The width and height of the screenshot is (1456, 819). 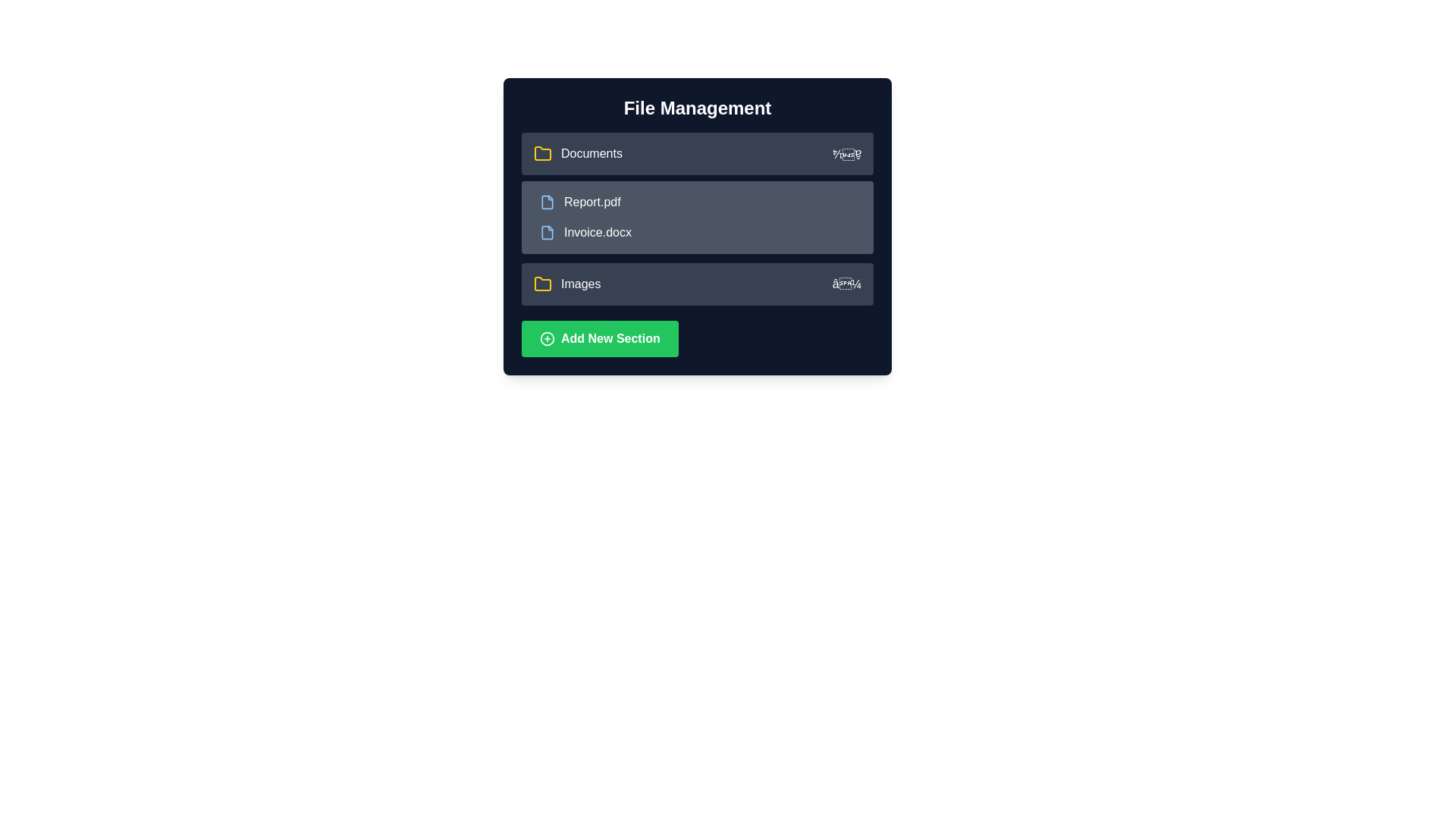 What do you see at coordinates (846, 154) in the screenshot?
I see `the expand/collapse Decorator located at the far right of the 'Documents' block in the 'File Management' interface` at bounding box center [846, 154].